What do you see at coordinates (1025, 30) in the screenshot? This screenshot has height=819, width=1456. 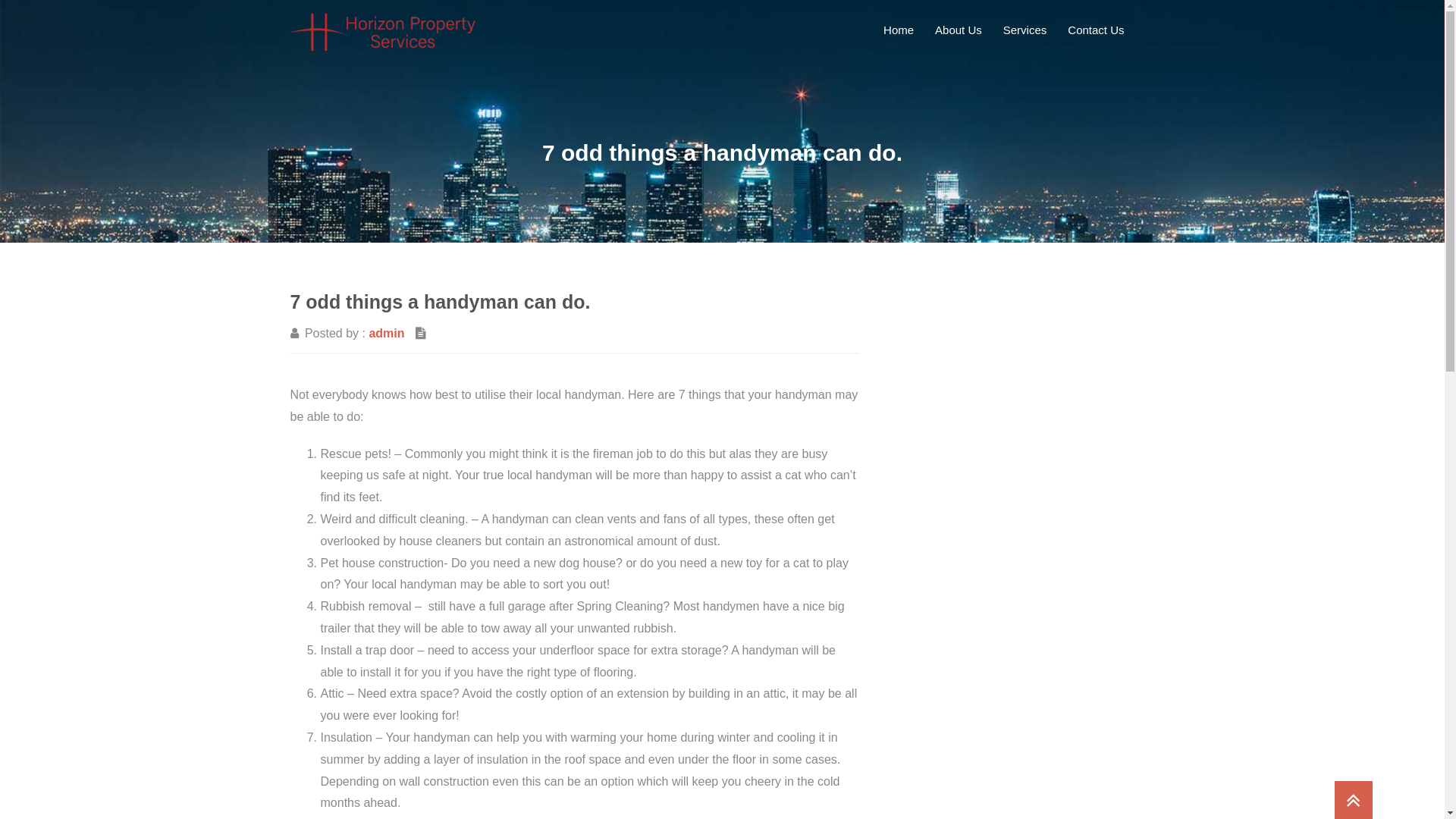 I see `'Services'` at bounding box center [1025, 30].